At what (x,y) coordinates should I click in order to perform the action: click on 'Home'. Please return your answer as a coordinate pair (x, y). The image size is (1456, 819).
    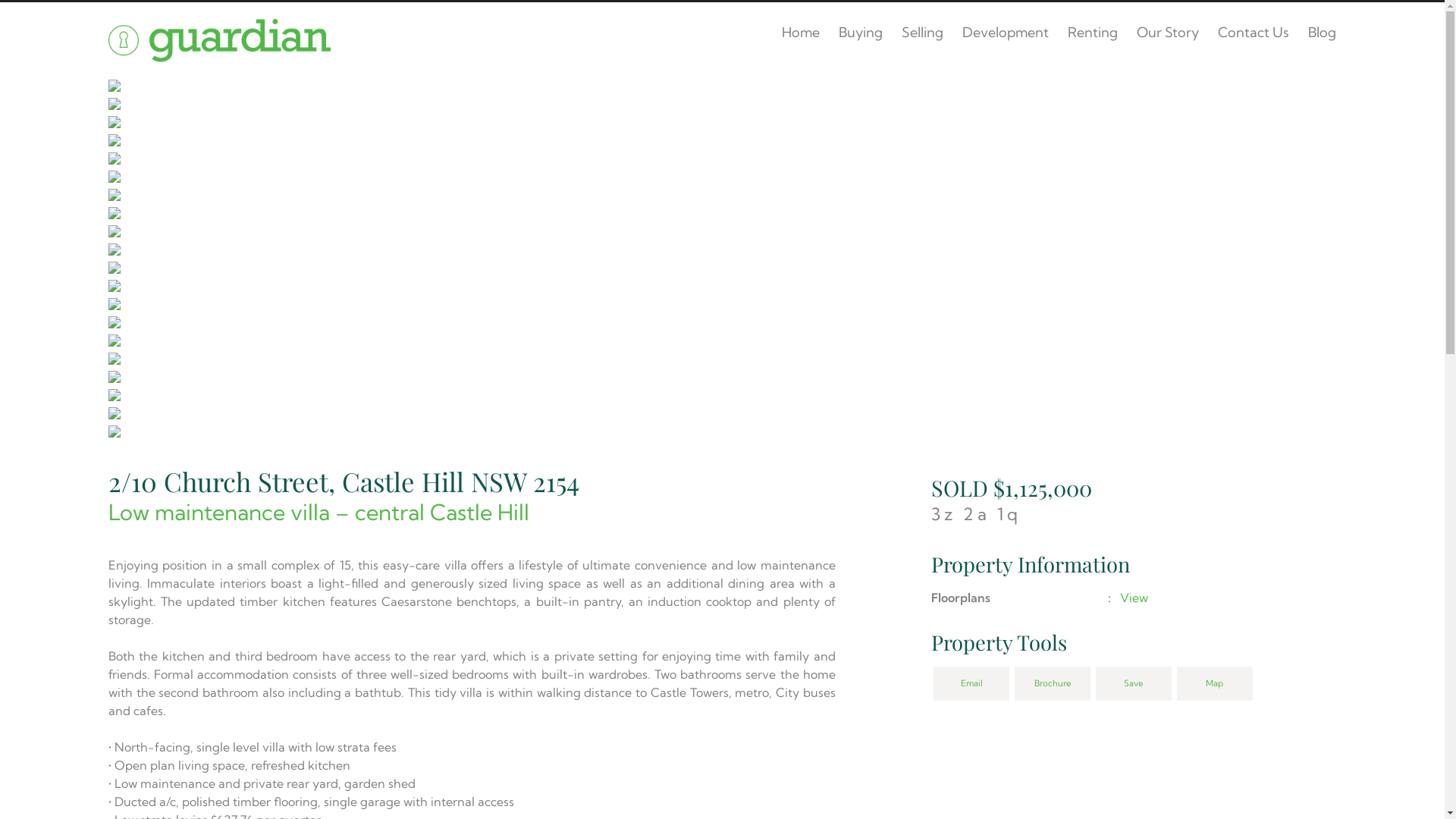
    Looking at the image, I should click on (800, 32).